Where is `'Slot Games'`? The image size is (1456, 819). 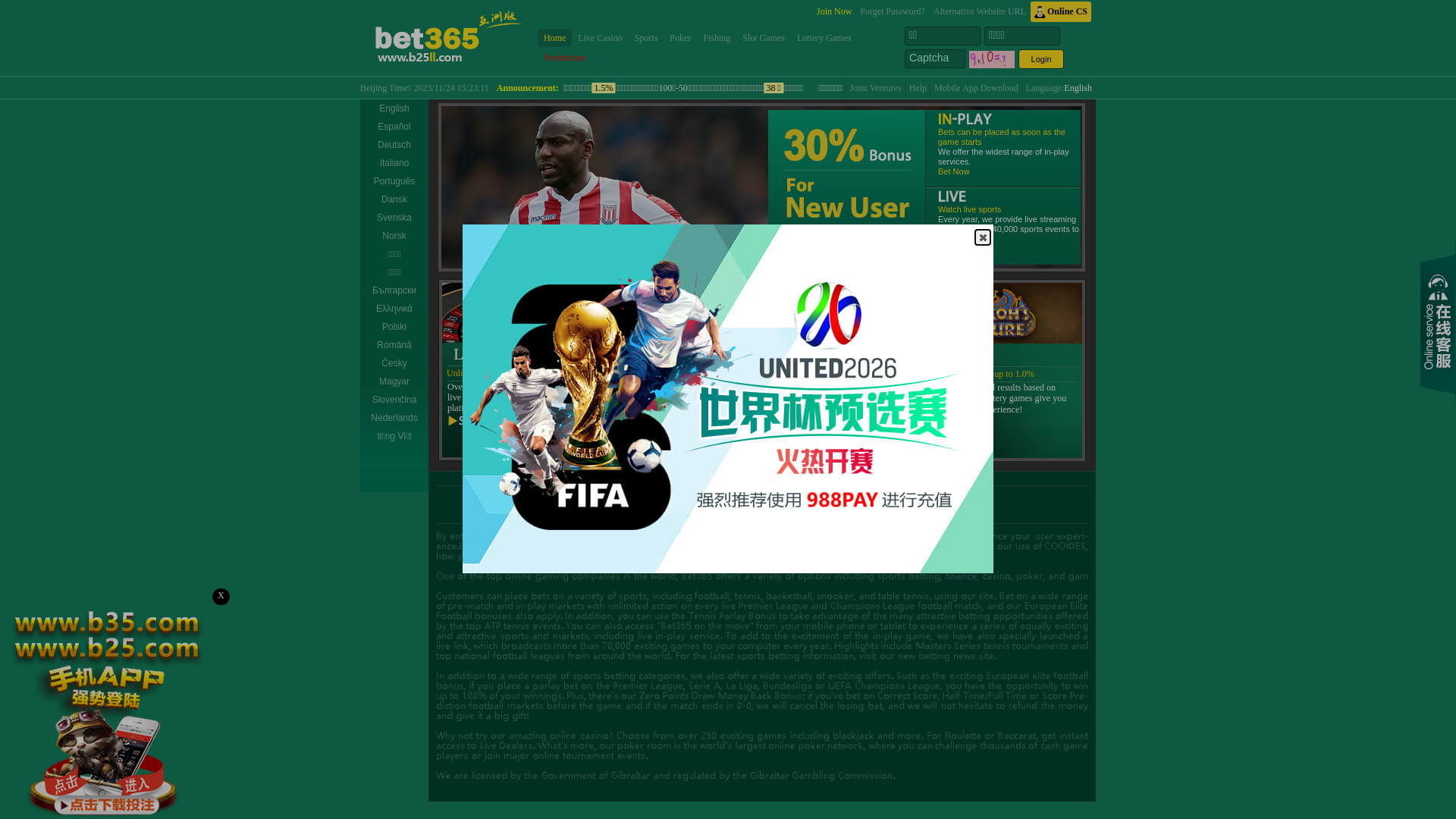 'Slot Games' is located at coordinates (764, 37).